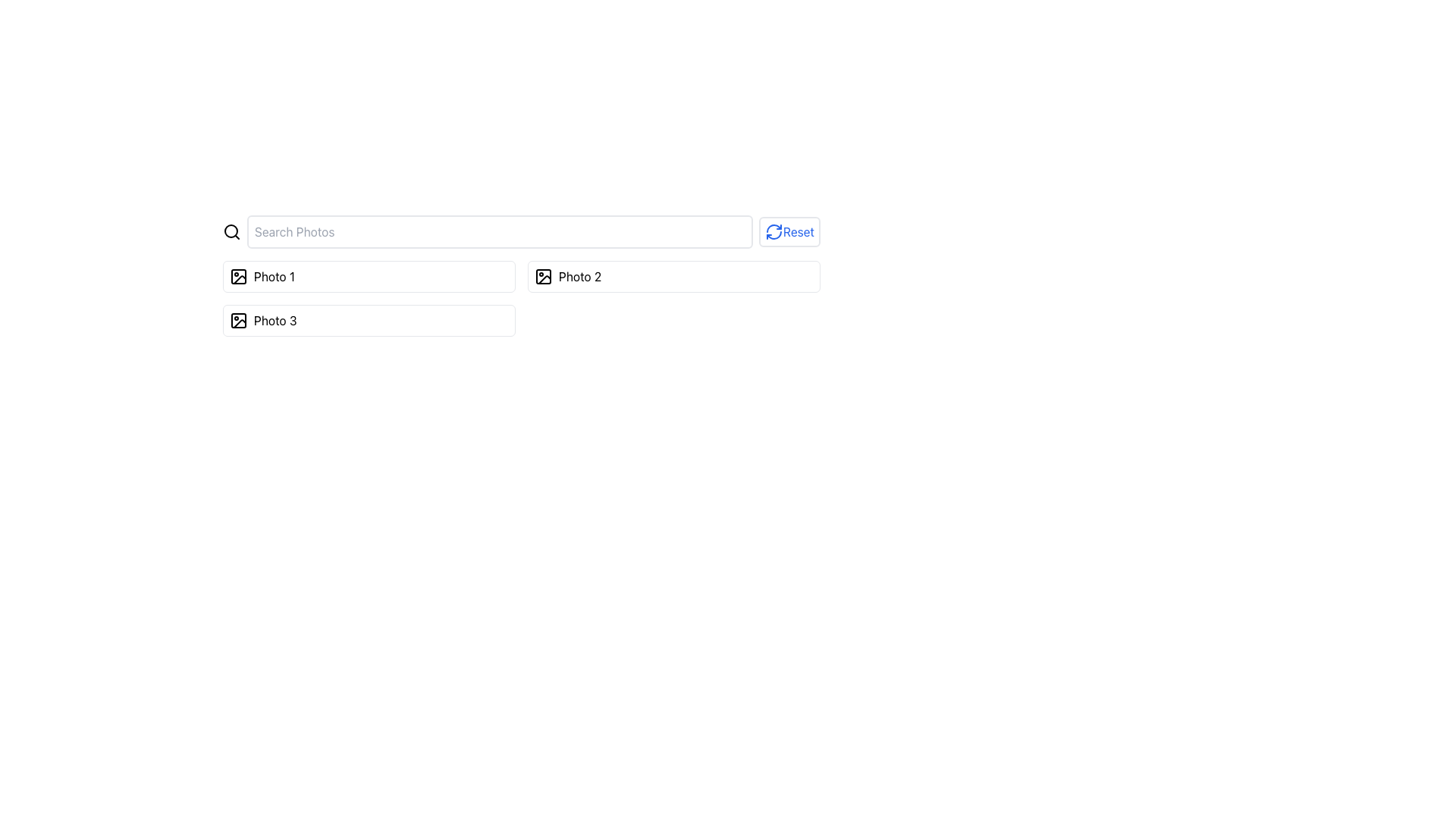 The image size is (1456, 819). I want to click on the reset icon located in the upper-right corner of the component labeled 'Reset', so click(773, 231).